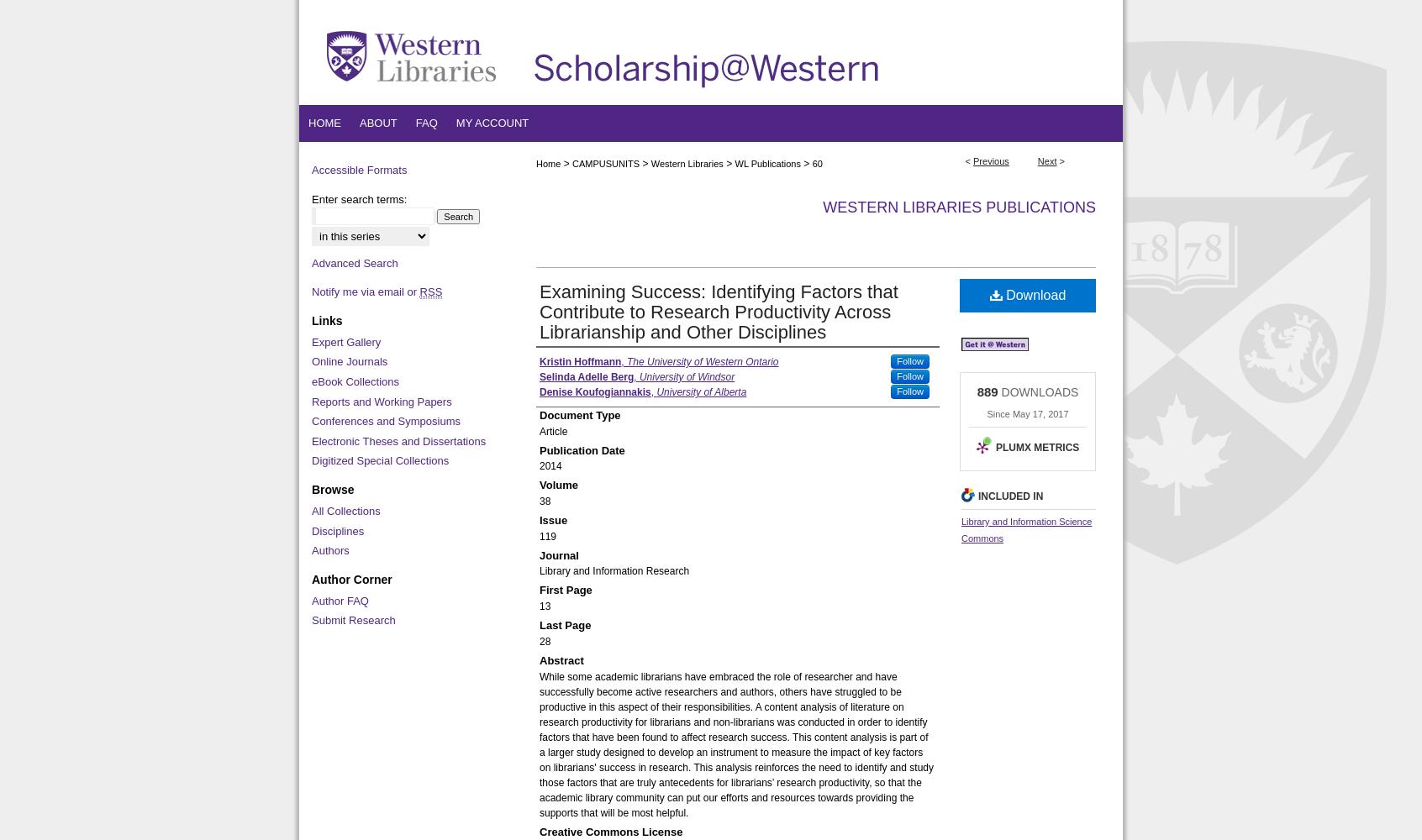 The width and height of the screenshot is (1422, 840). I want to click on 'Since May 17, 2017', so click(986, 413).